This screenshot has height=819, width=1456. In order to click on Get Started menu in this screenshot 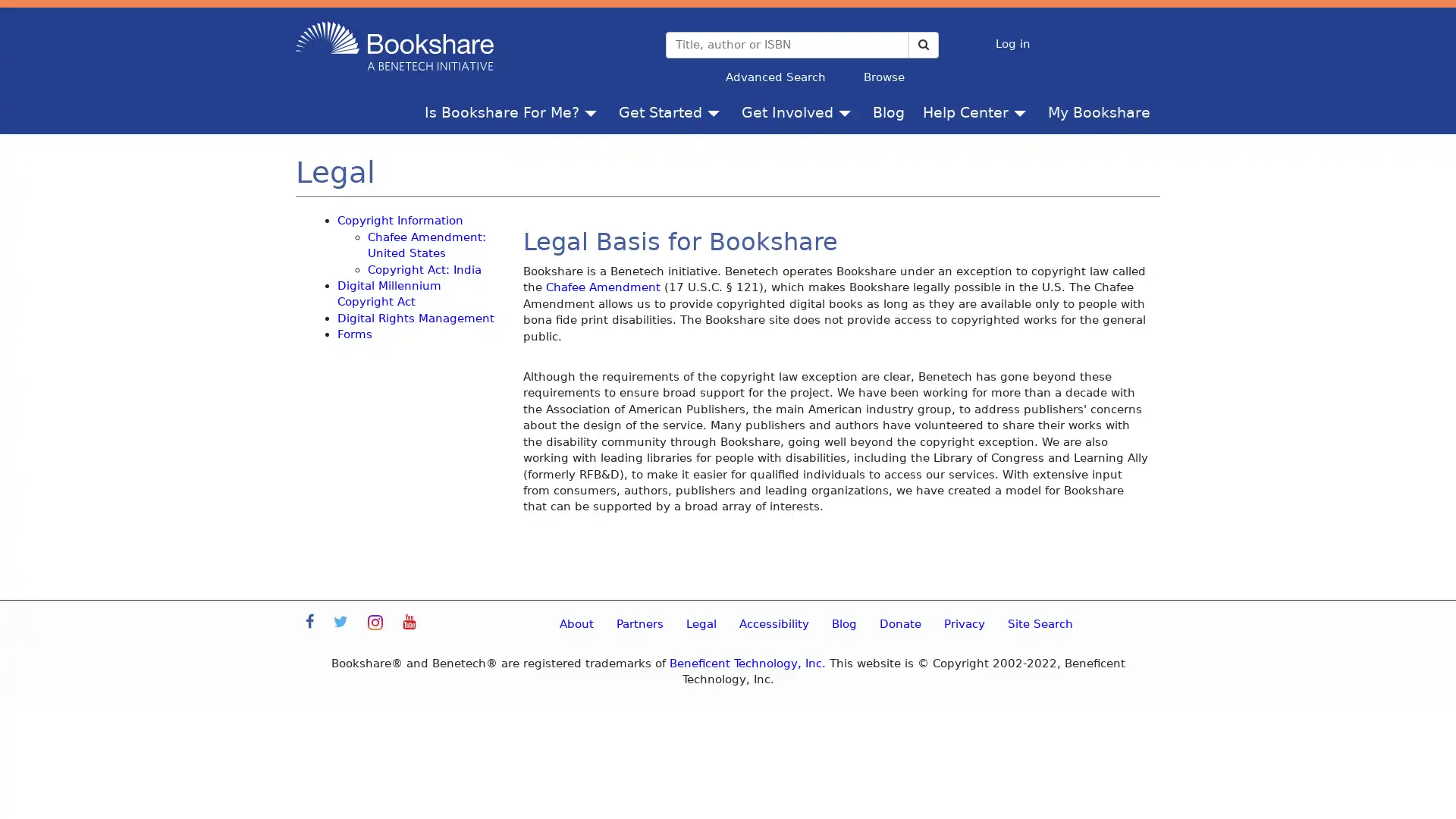, I will do `click(716, 111)`.